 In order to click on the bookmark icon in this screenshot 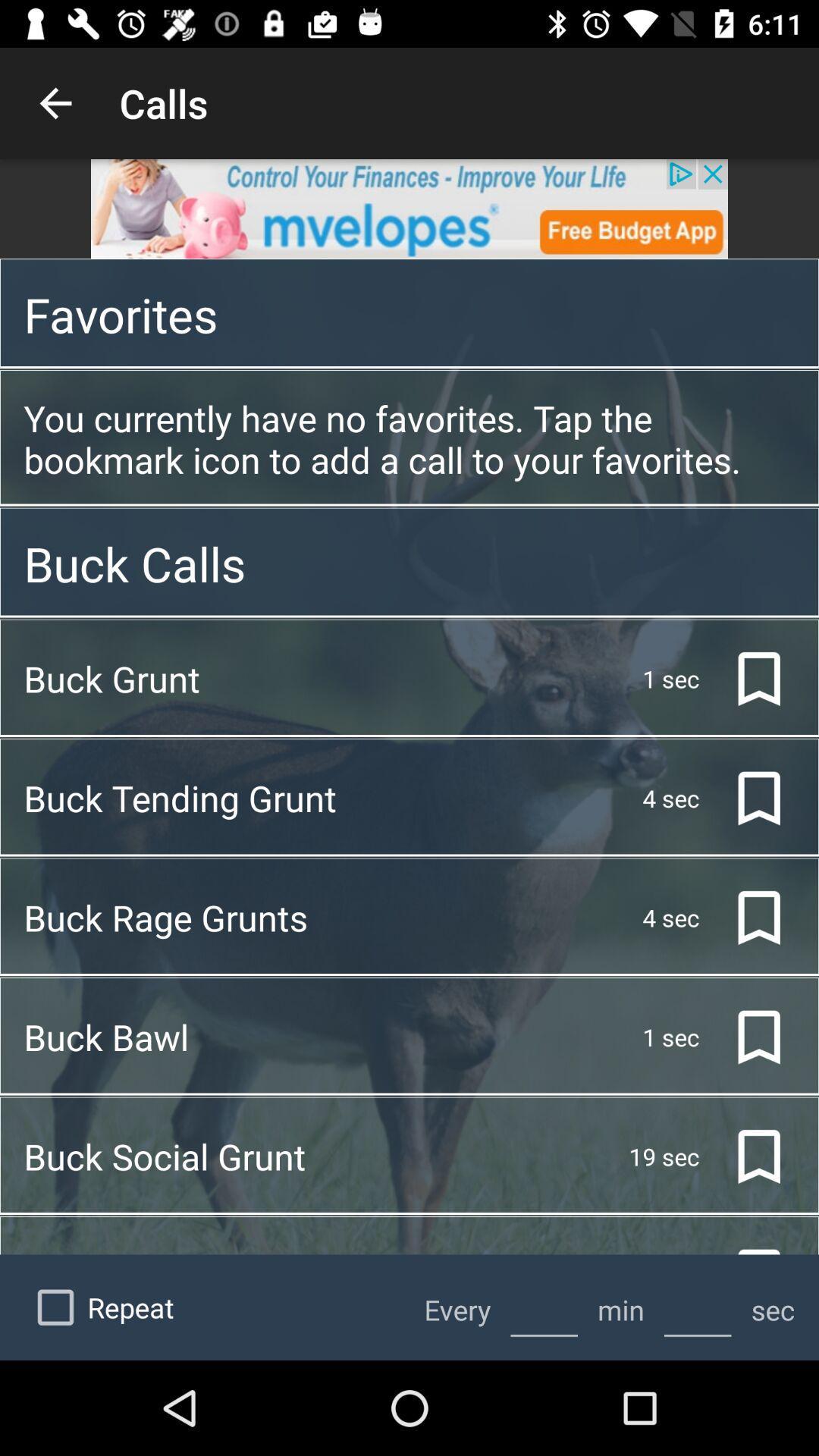, I will do `click(746, 917)`.